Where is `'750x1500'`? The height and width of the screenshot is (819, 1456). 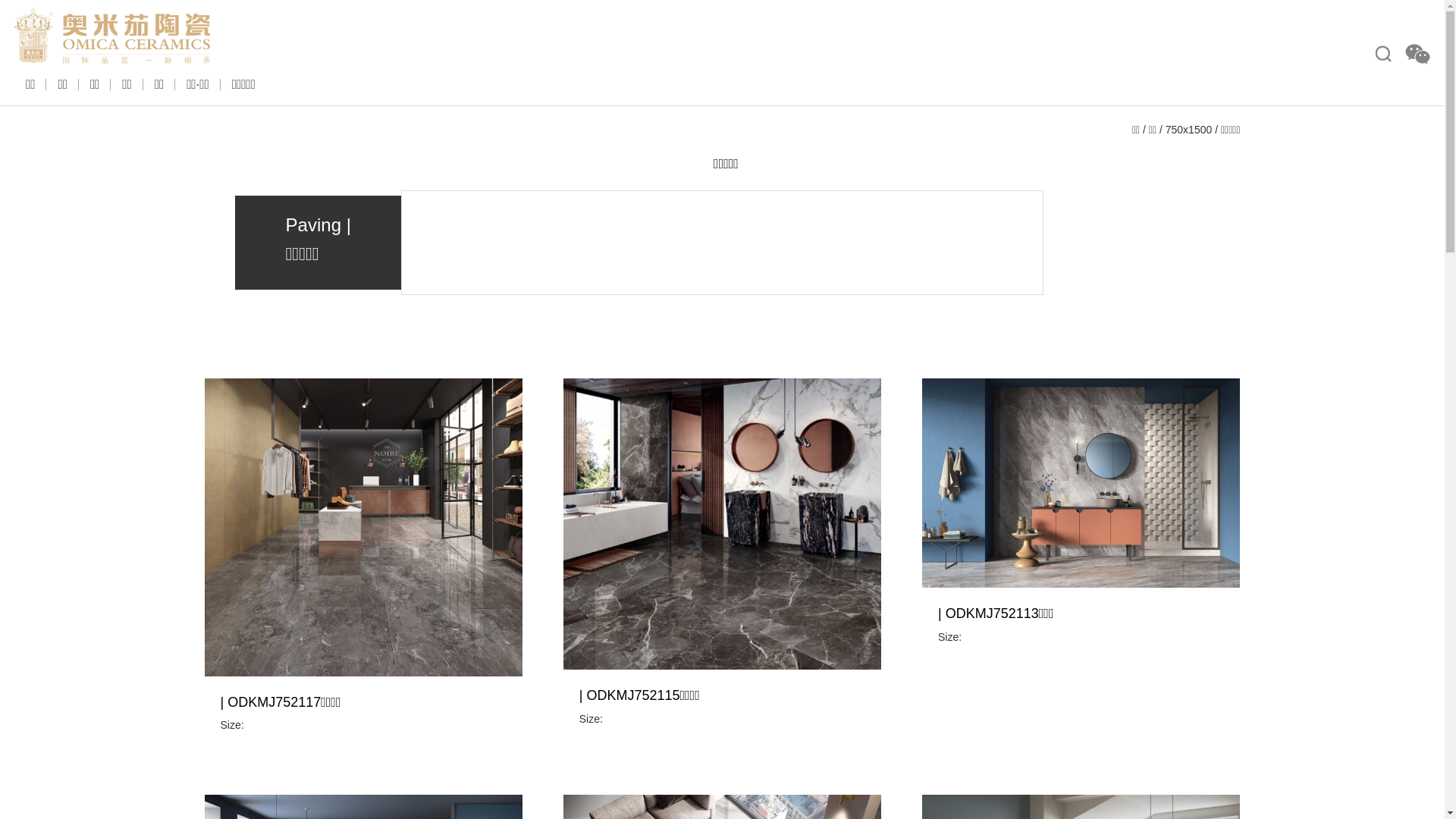 '750x1500' is located at coordinates (1188, 128).